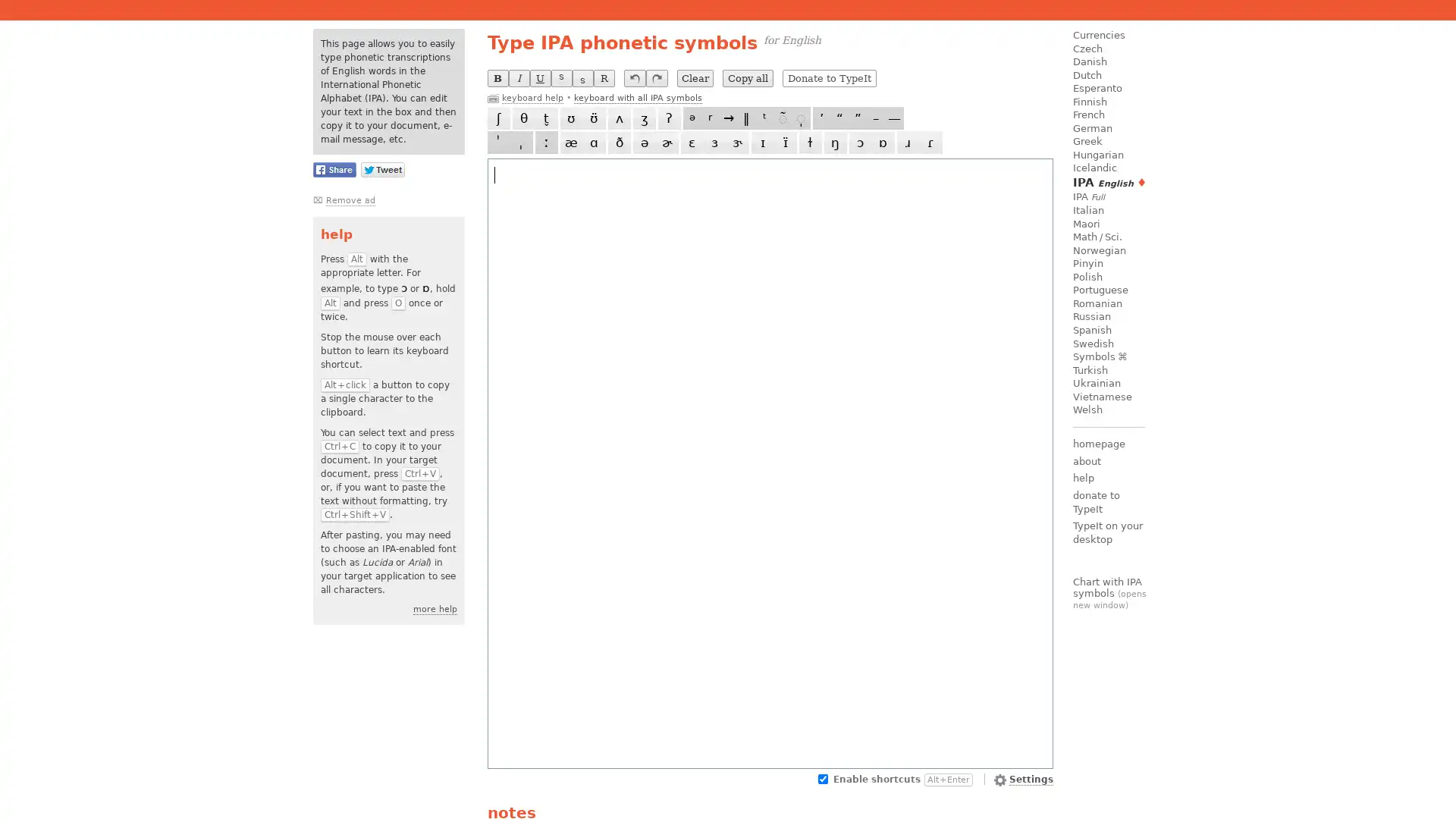 Image resolution: width=1456 pixels, height=819 pixels. I want to click on r, so click(709, 116).